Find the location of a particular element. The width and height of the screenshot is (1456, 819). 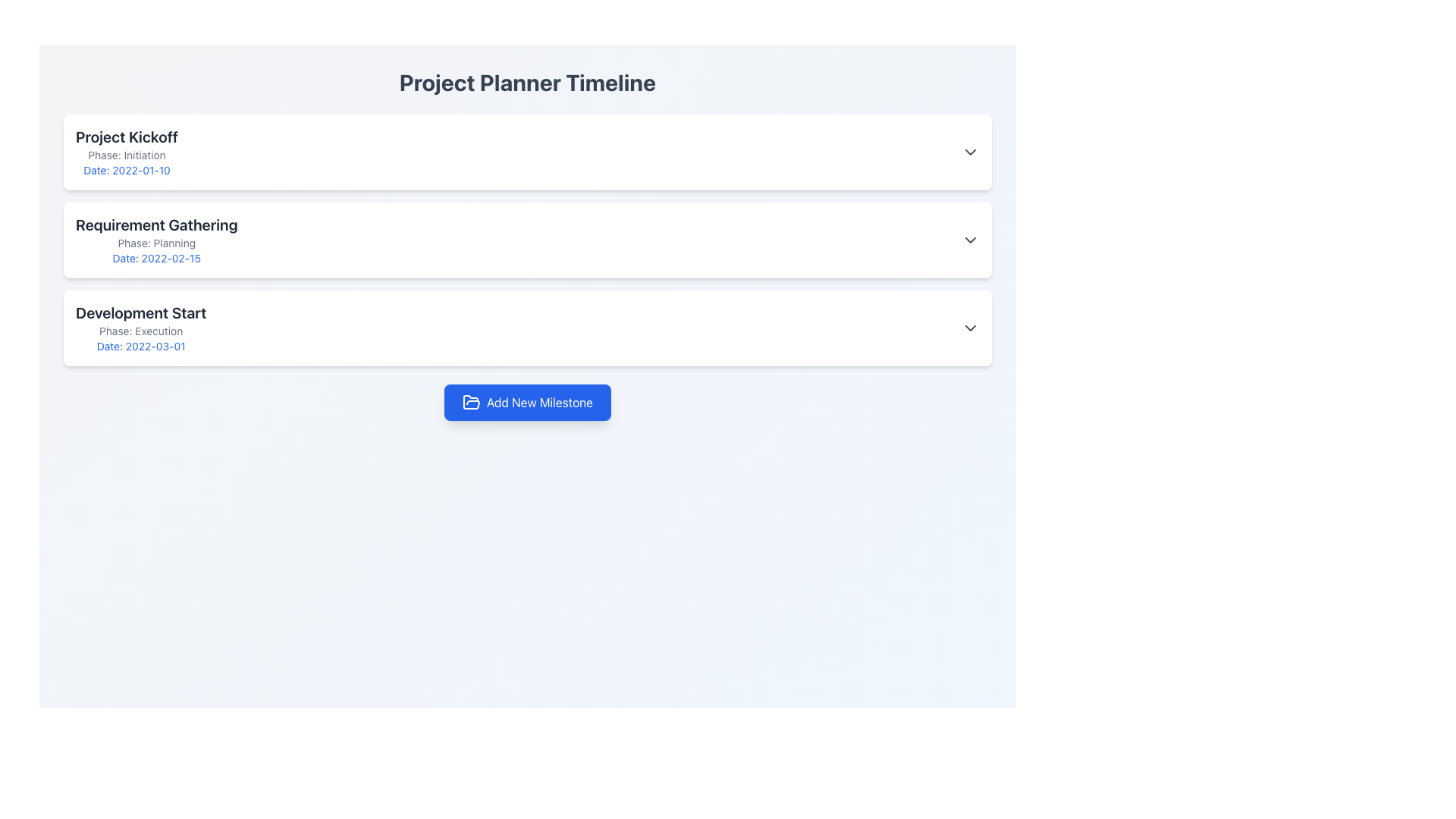

the folder icon with a blue background located to the left of the 'Add New Milestone' button at the bottom center of the interface is located at coordinates (470, 402).